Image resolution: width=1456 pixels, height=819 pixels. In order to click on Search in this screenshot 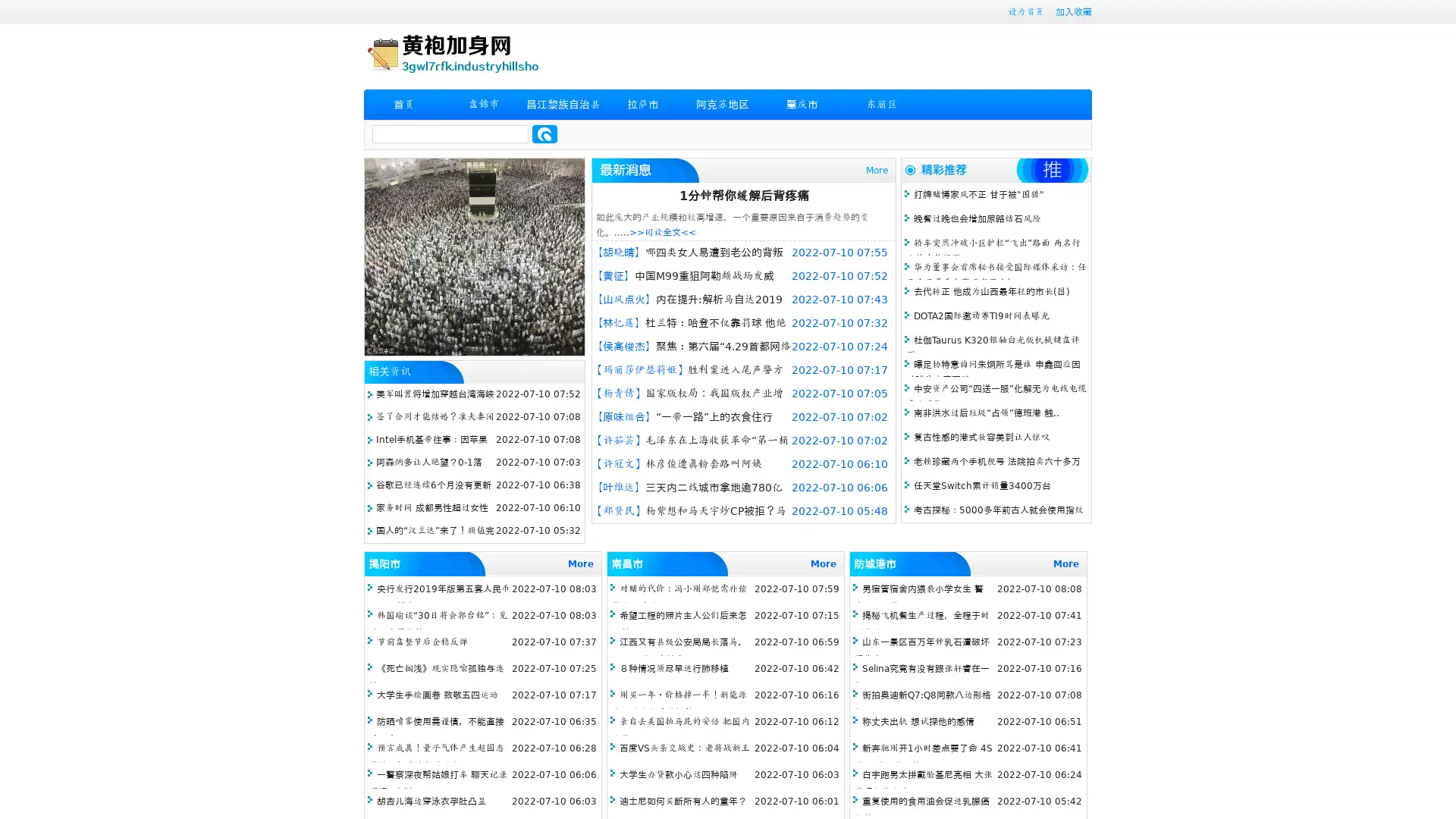, I will do `click(544, 133)`.